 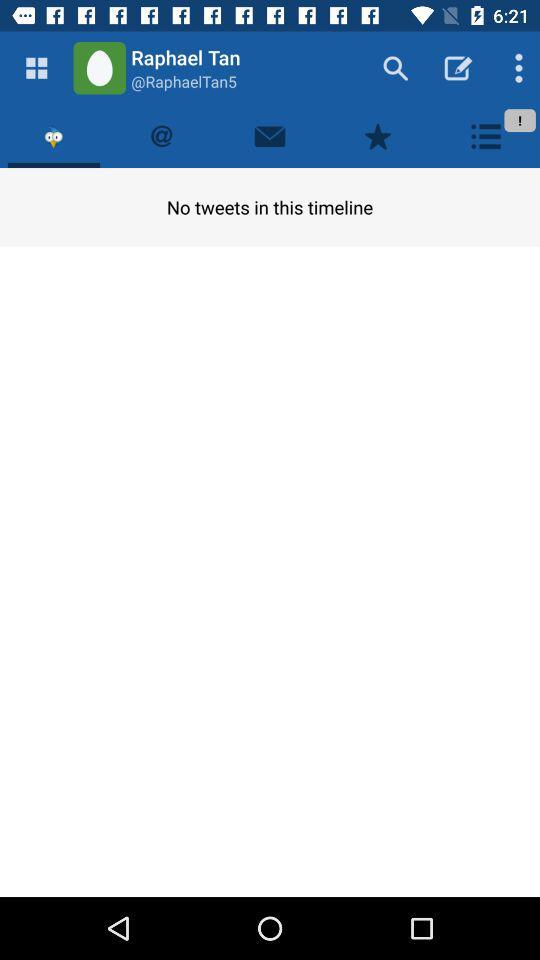 I want to click on open mentions from others, so click(x=161, y=135).